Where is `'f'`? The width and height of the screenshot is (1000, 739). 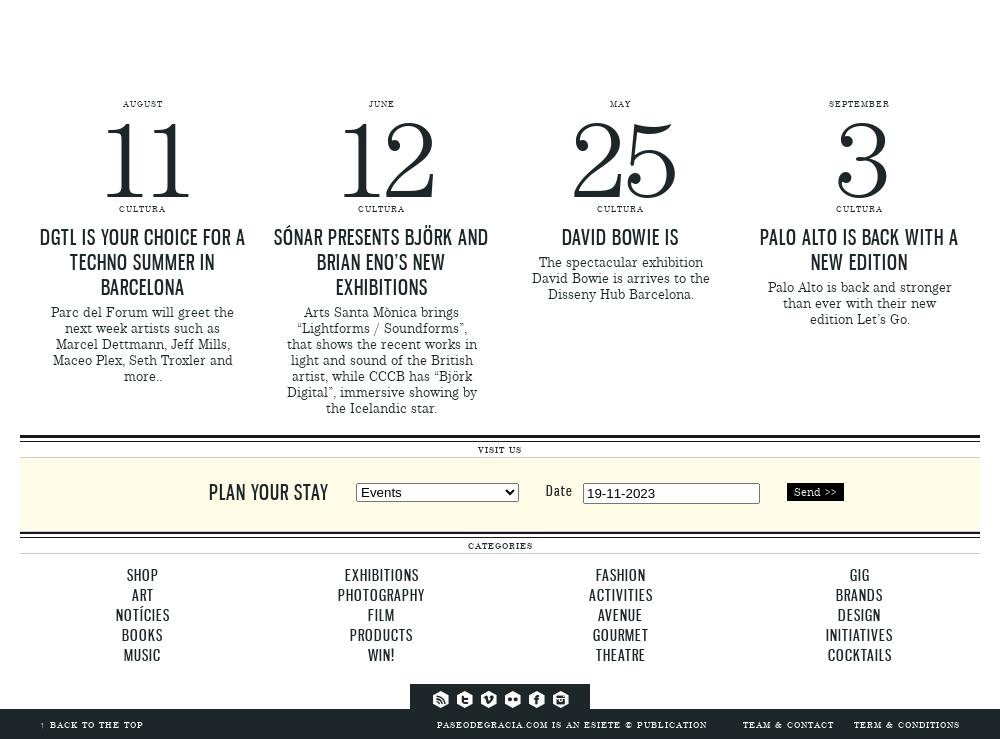
'f' is located at coordinates (511, 696).